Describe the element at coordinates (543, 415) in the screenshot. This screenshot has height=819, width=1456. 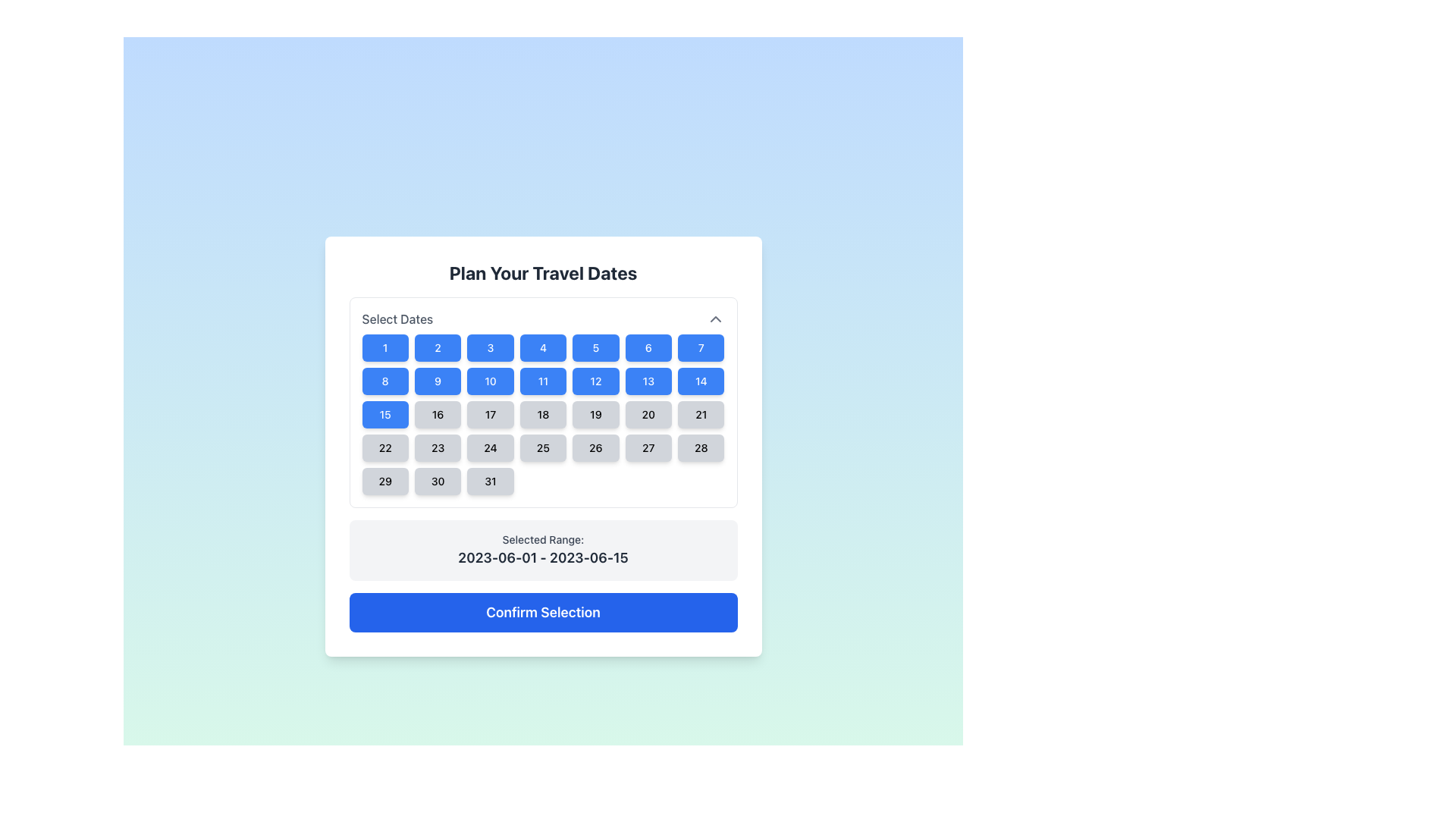
I see `the grid layout labeled 'Plan Your Travel Dates' to interact with its cells` at that location.